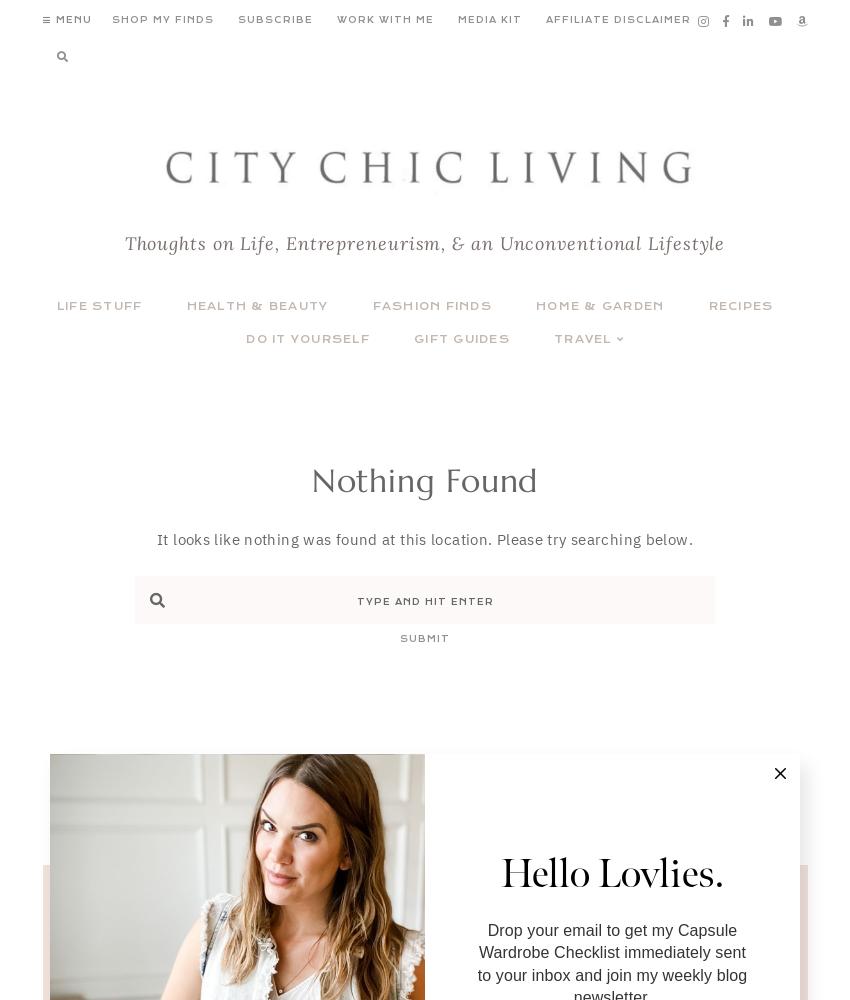  I want to click on 'Travel', so click(582, 338).